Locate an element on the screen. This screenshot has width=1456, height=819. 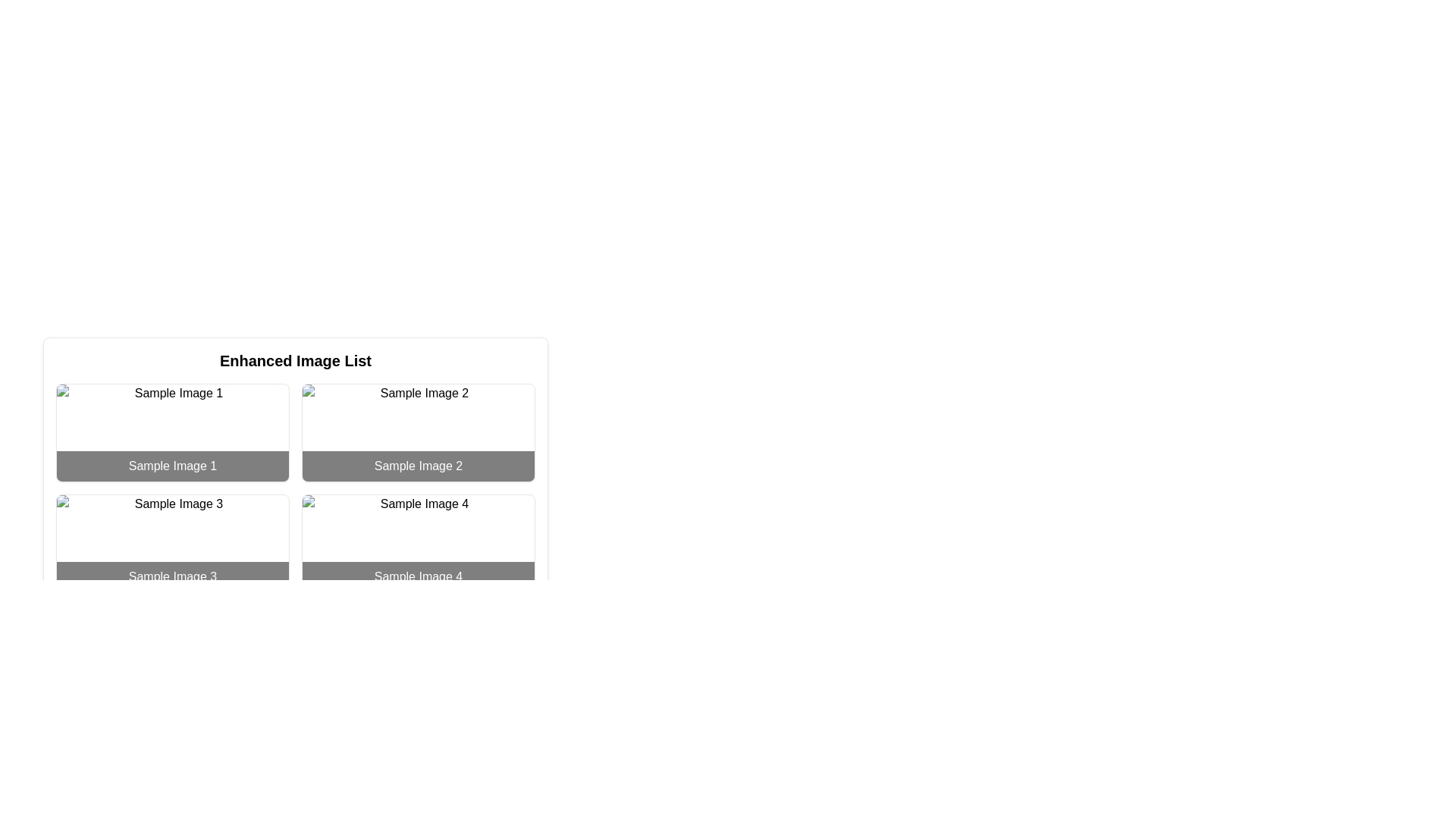
the Image Card labeled 'Sample Image 3', which is positioned in the first column of the second row of a 2-column grid layout is located at coordinates (172, 543).